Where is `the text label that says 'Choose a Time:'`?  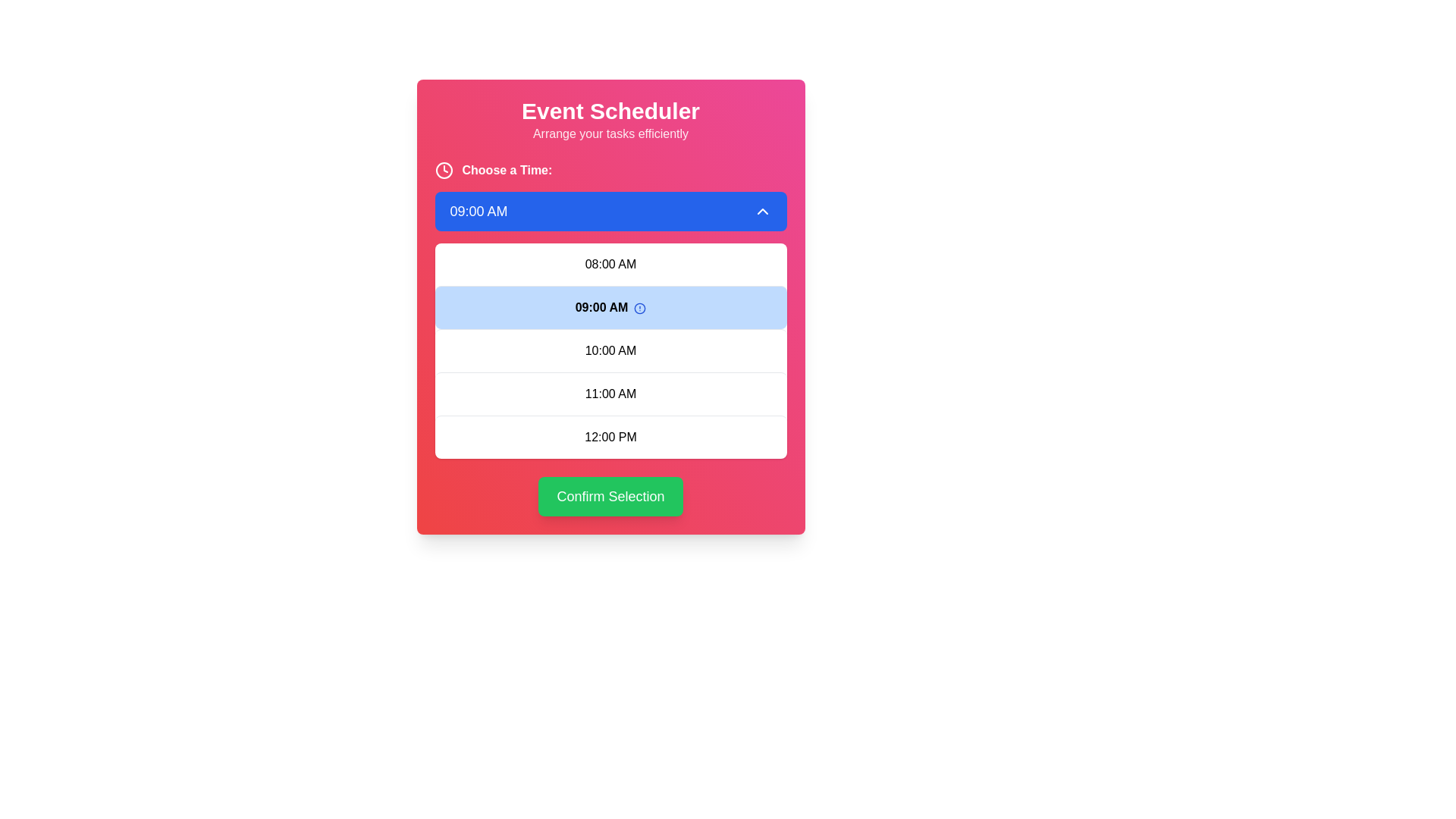
the text label that says 'Choose a Time:' is located at coordinates (507, 170).